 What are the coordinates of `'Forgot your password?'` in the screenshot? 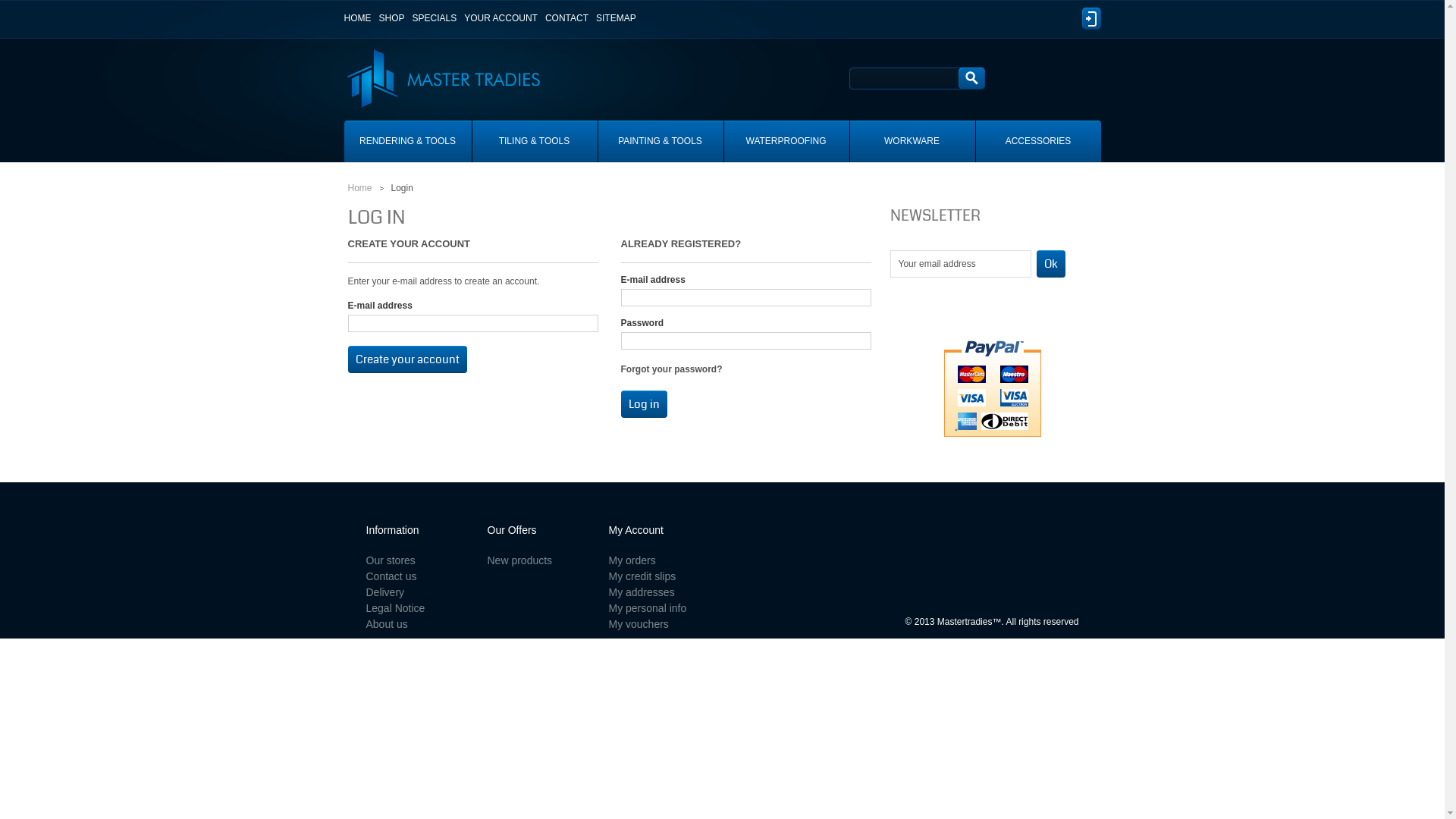 It's located at (670, 369).